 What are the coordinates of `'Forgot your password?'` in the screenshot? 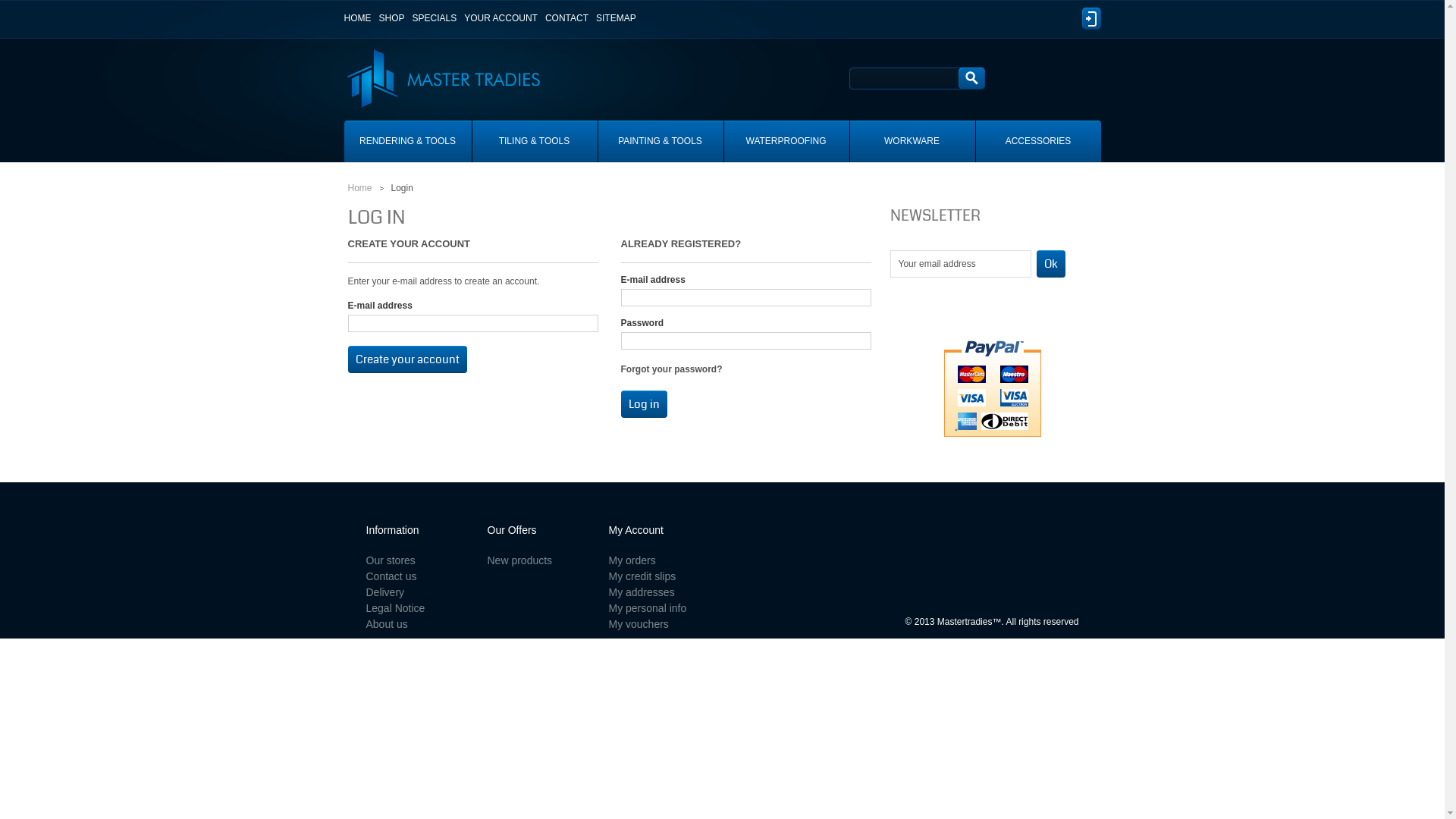 It's located at (670, 369).